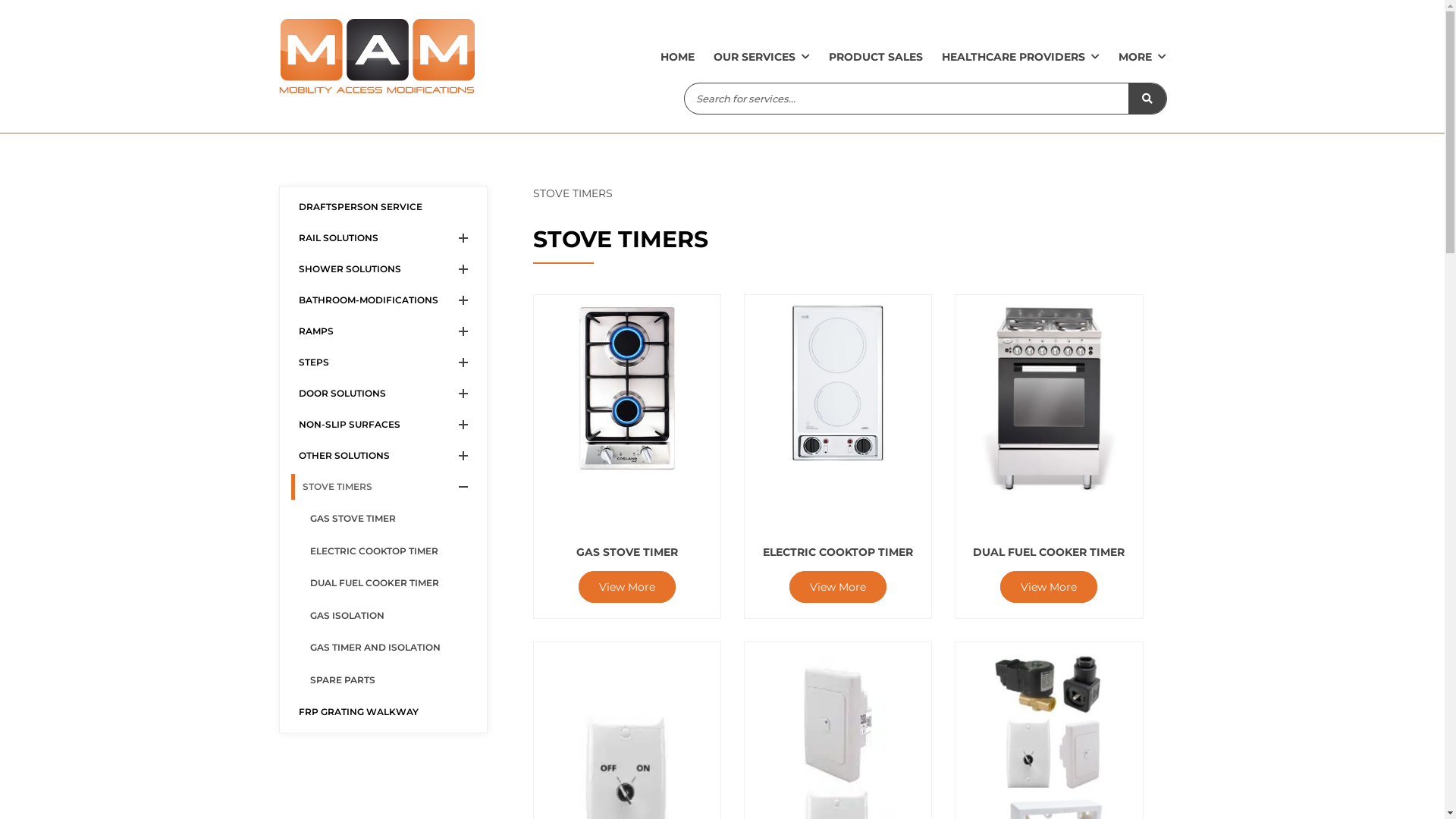  Describe the element at coordinates (291, 237) in the screenshot. I see `'RAIL SOLUTIONS'` at that location.